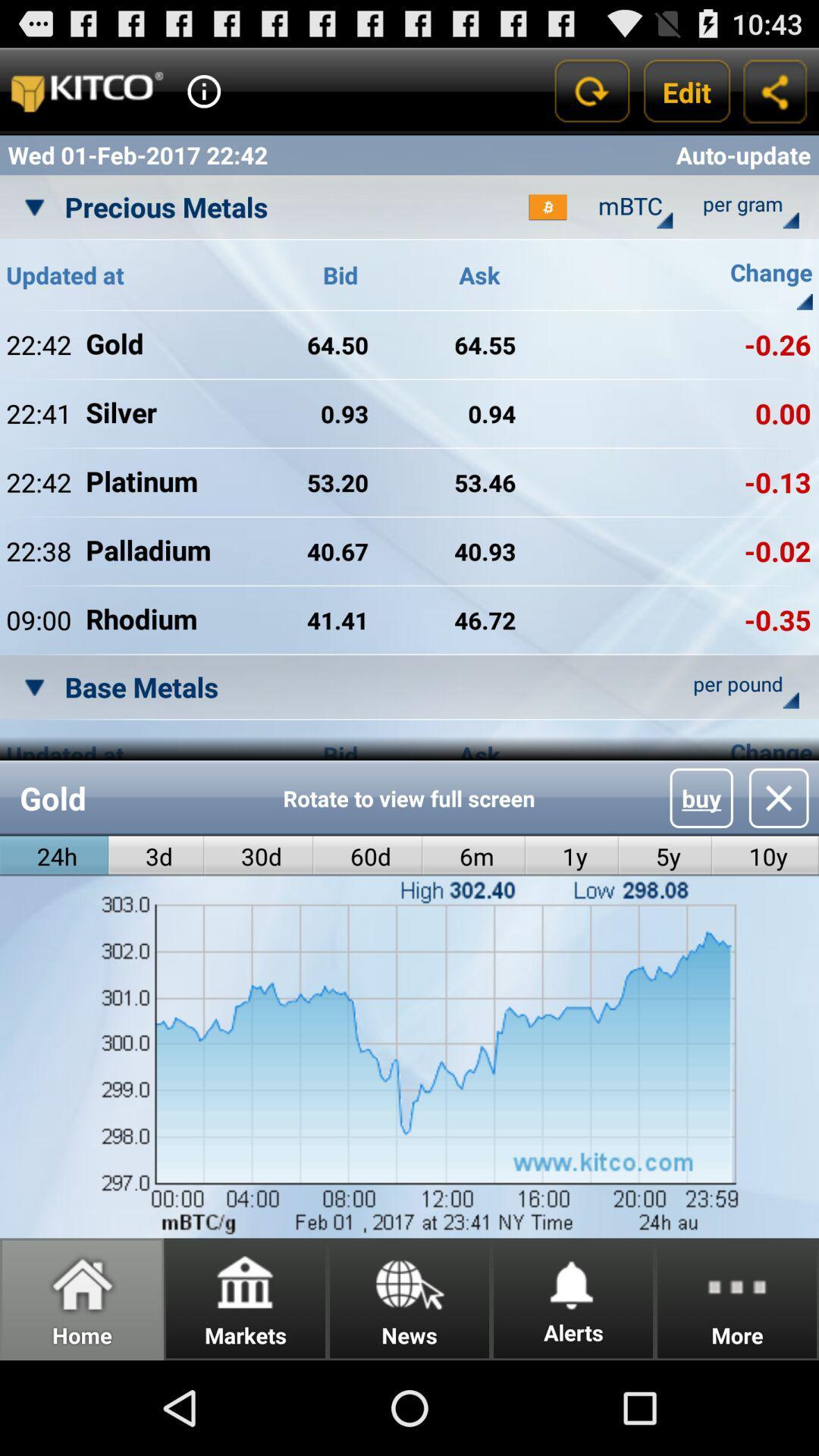 This screenshot has height=1456, width=819. I want to click on the button which is to the left of mbtc, so click(548, 206).